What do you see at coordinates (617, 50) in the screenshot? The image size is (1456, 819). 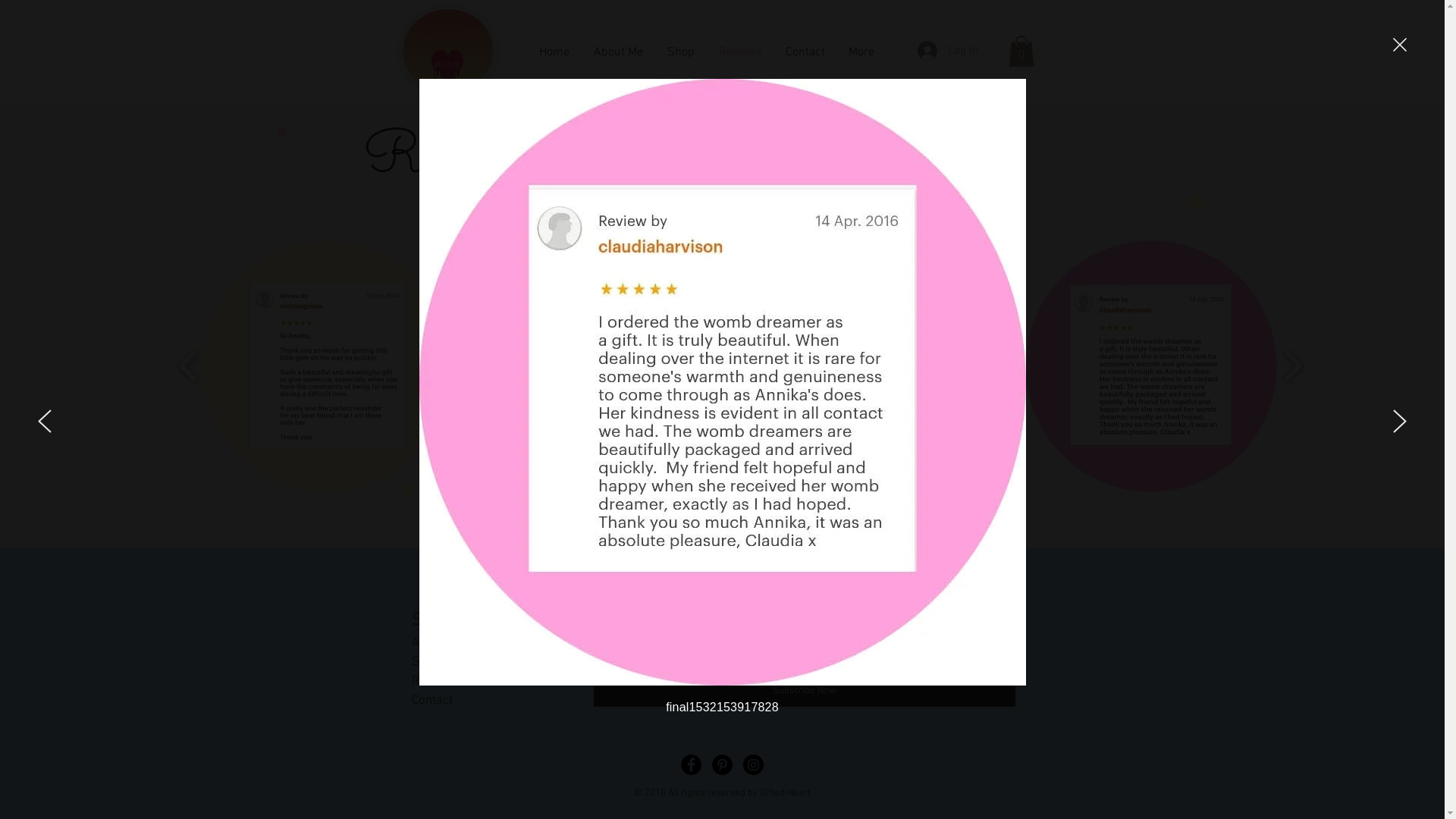 I see `'About Me'` at bounding box center [617, 50].